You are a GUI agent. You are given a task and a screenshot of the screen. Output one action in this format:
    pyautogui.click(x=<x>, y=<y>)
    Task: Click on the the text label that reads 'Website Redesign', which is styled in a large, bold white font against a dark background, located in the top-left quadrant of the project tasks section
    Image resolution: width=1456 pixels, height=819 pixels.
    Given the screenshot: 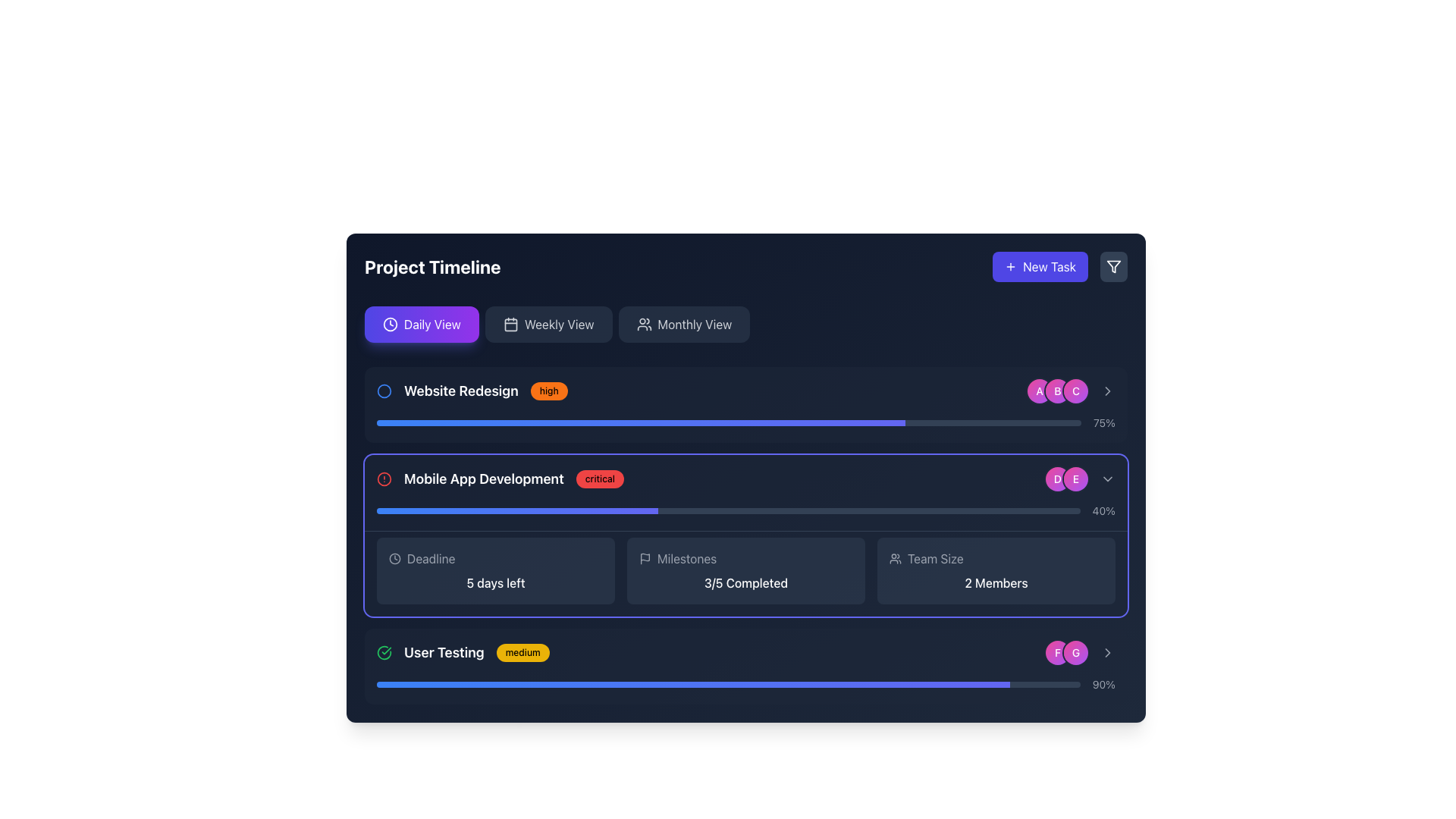 What is the action you would take?
    pyautogui.click(x=460, y=391)
    